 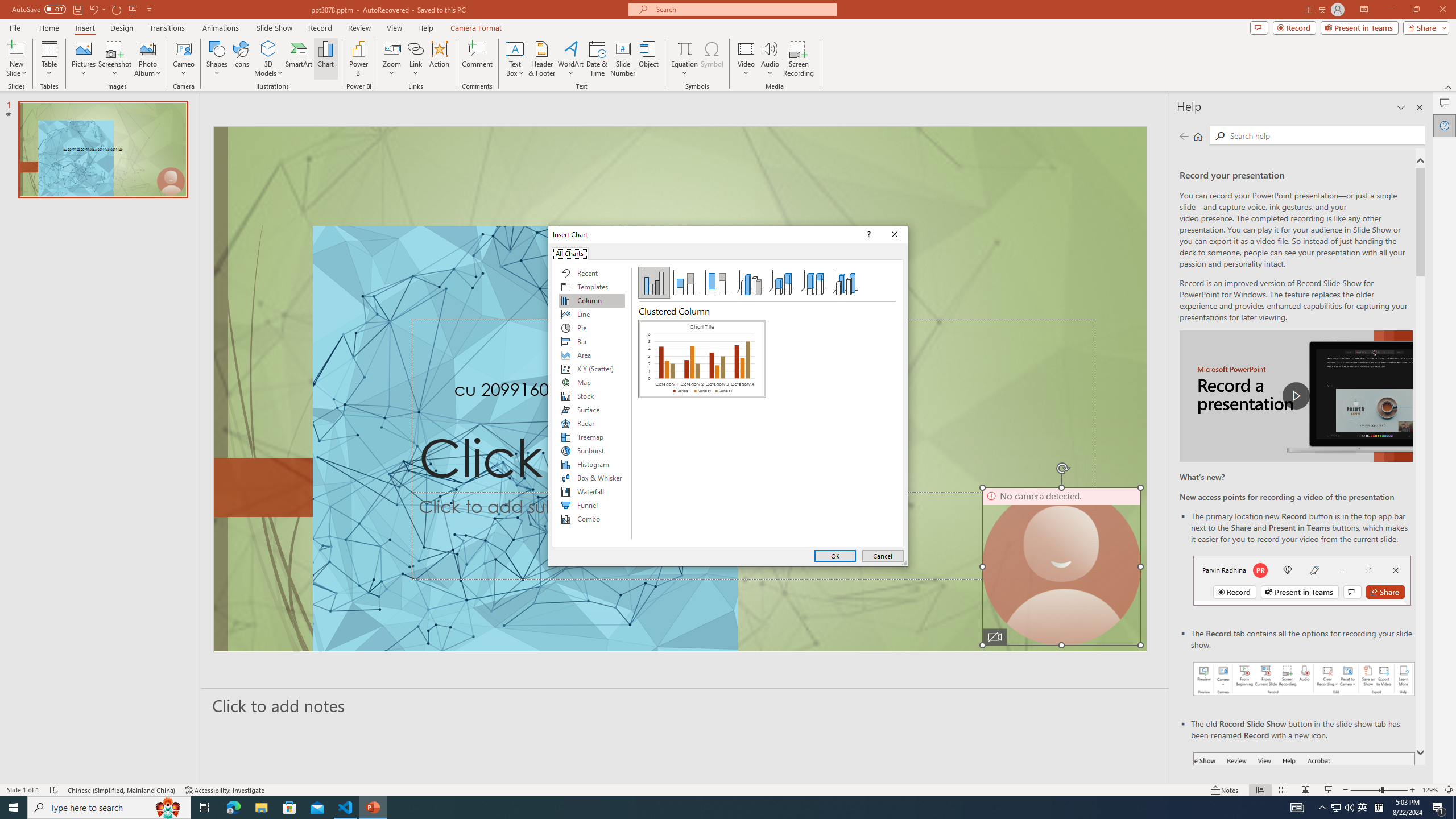 I want to click on 'Draw Horizontal Text Box', so click(x=515, y=48).